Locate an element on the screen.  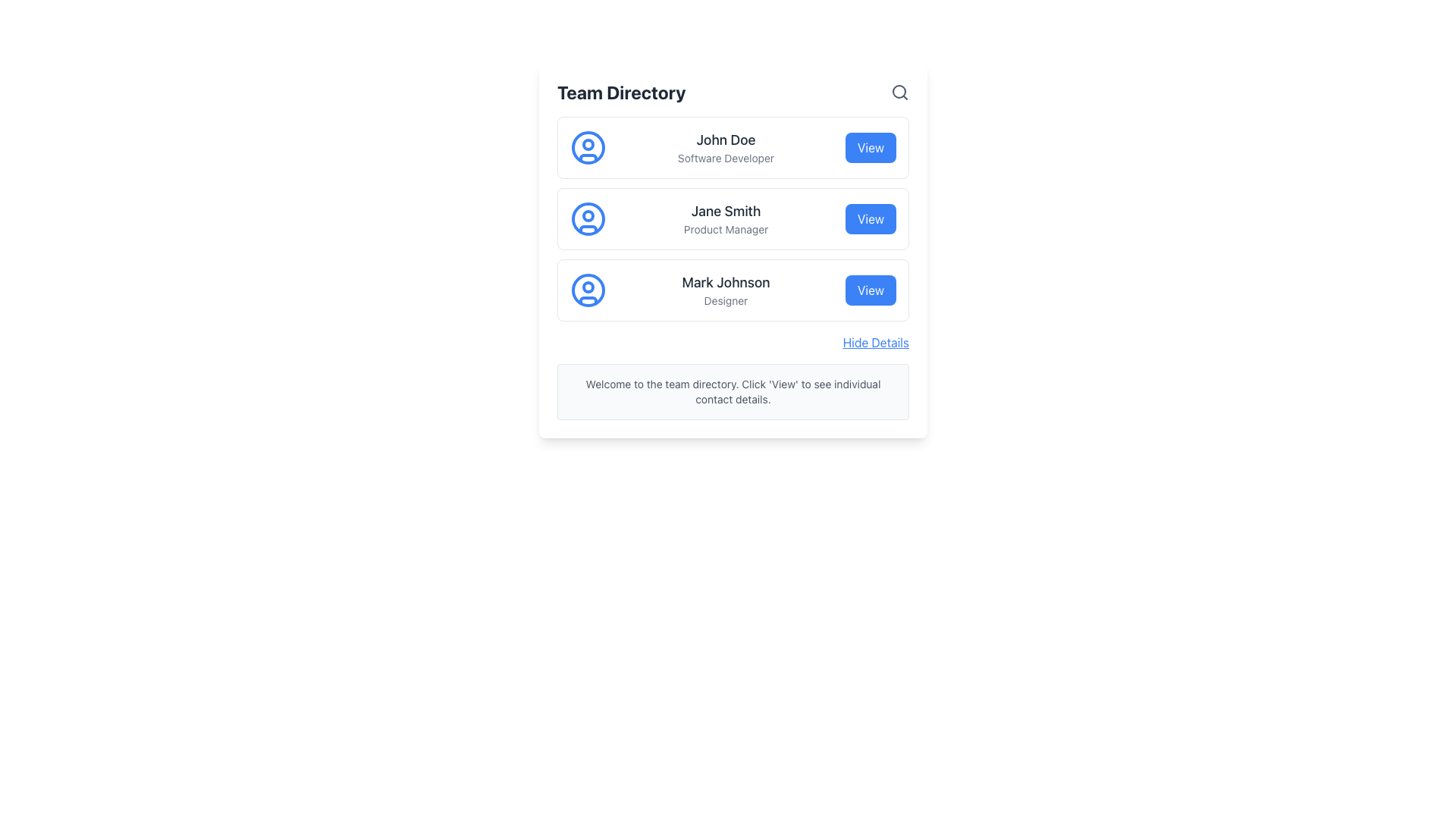
the outermost circular outline of the profile icon for 'Mark Johnson', which is a blue circular outline located in the third row of items, aligned with the text 'Mark Johnson' and the 'View' button is located at coordinates (588, 290).